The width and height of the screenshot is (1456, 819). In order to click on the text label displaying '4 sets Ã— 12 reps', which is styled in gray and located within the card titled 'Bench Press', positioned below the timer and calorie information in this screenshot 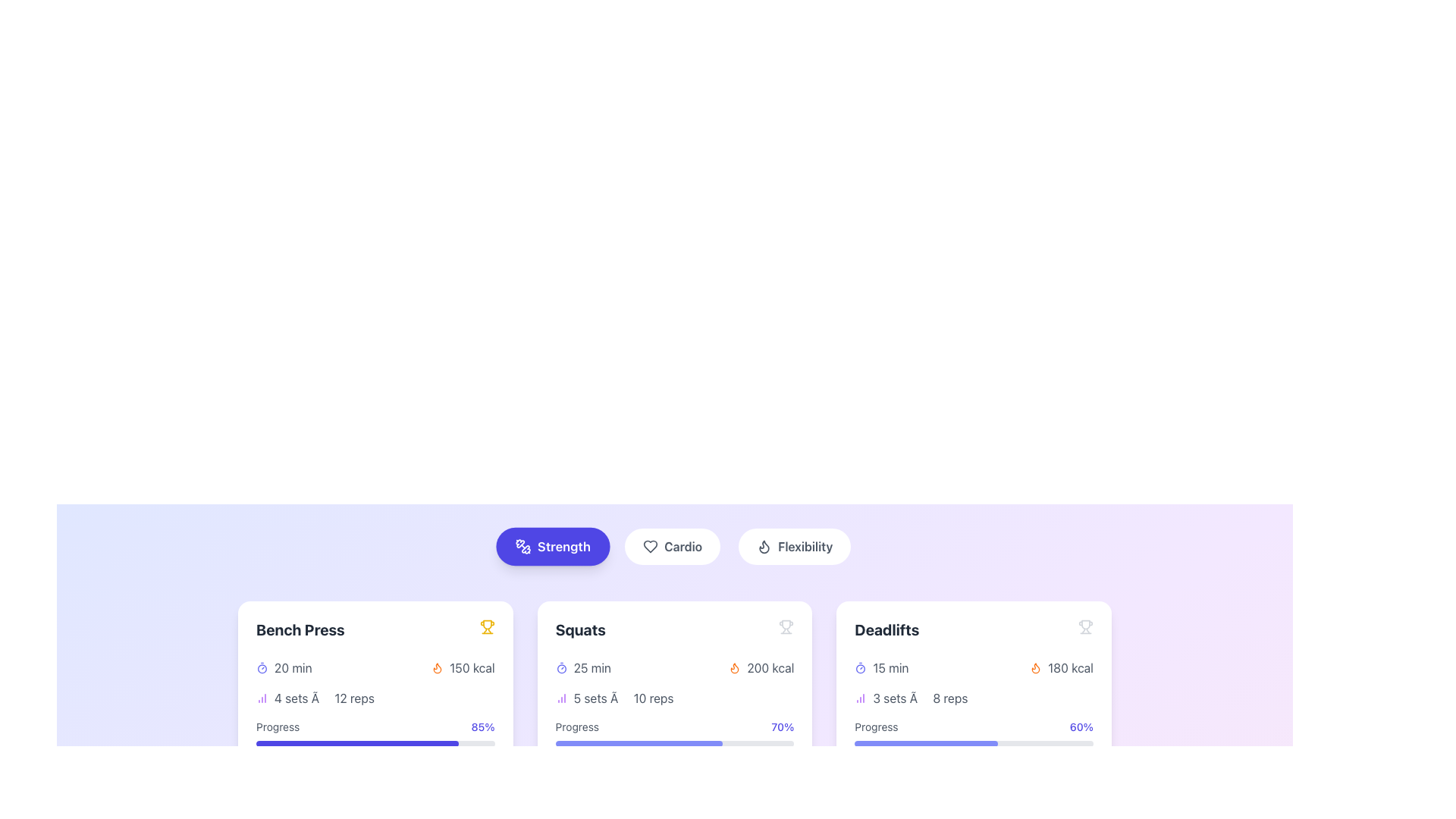, I will do `click(323, 698)`.